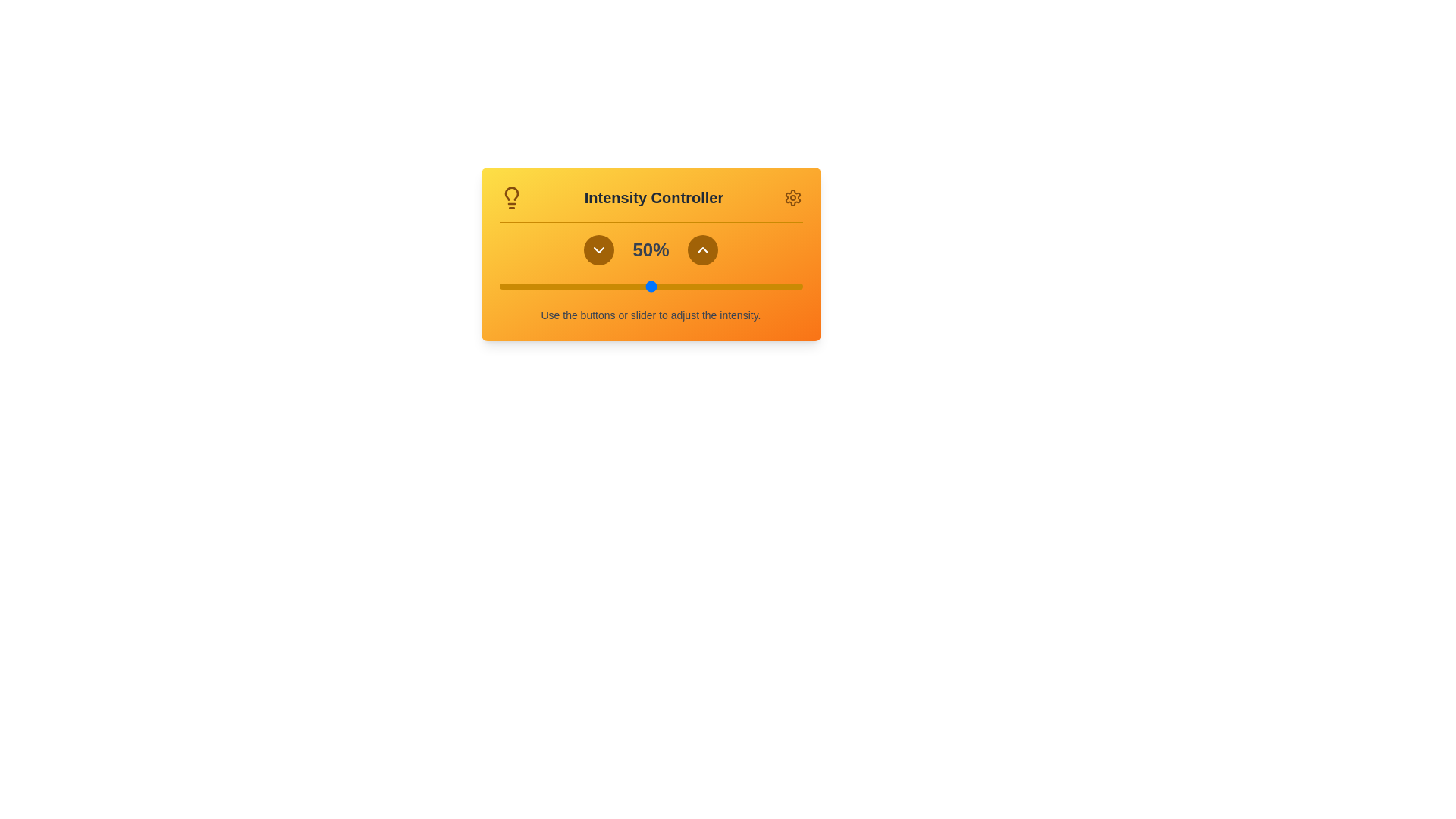  I want to click on intensity, so click(748, 287).